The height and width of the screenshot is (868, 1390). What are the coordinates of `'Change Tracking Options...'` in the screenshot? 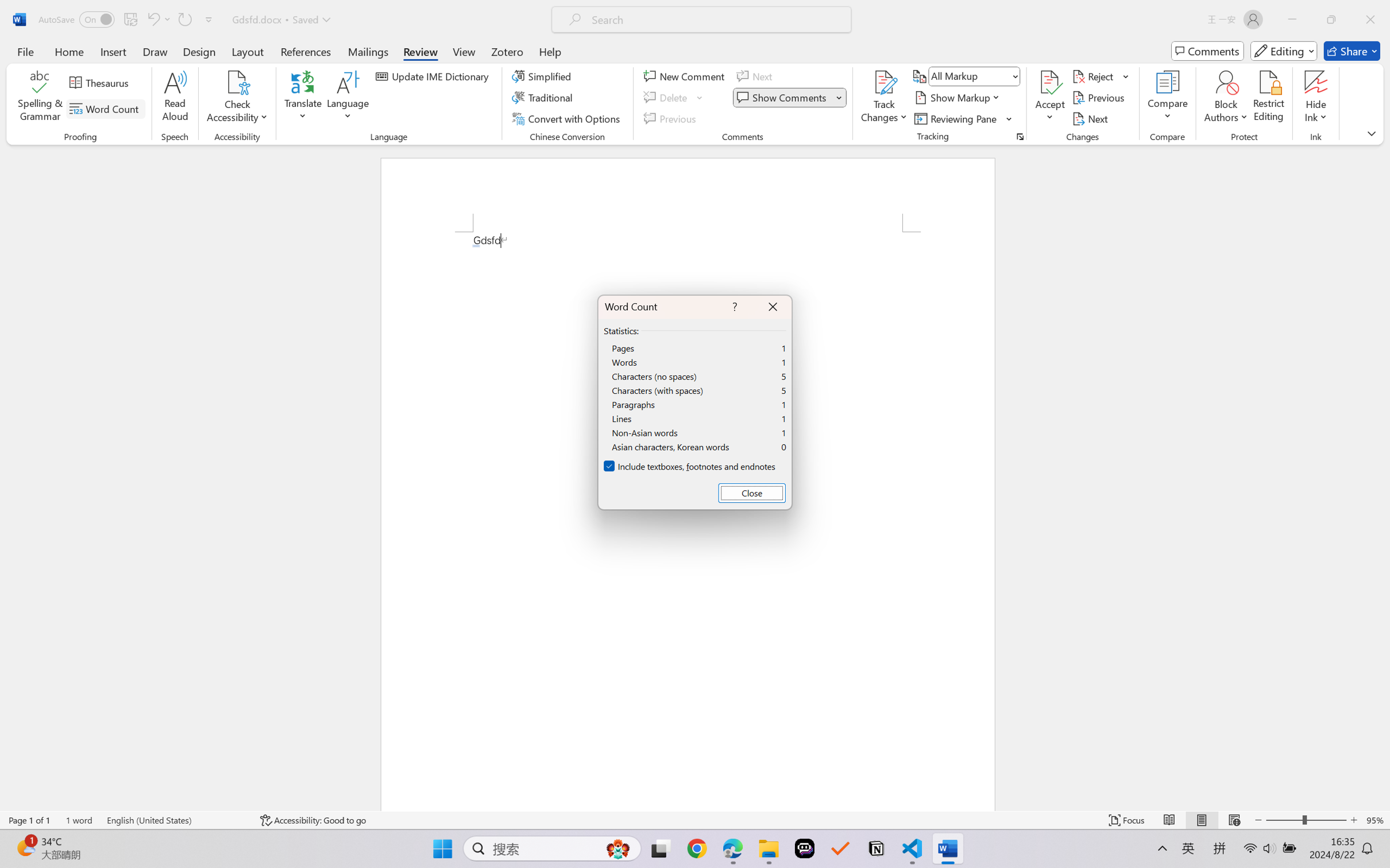 It's located at (1020, 136).